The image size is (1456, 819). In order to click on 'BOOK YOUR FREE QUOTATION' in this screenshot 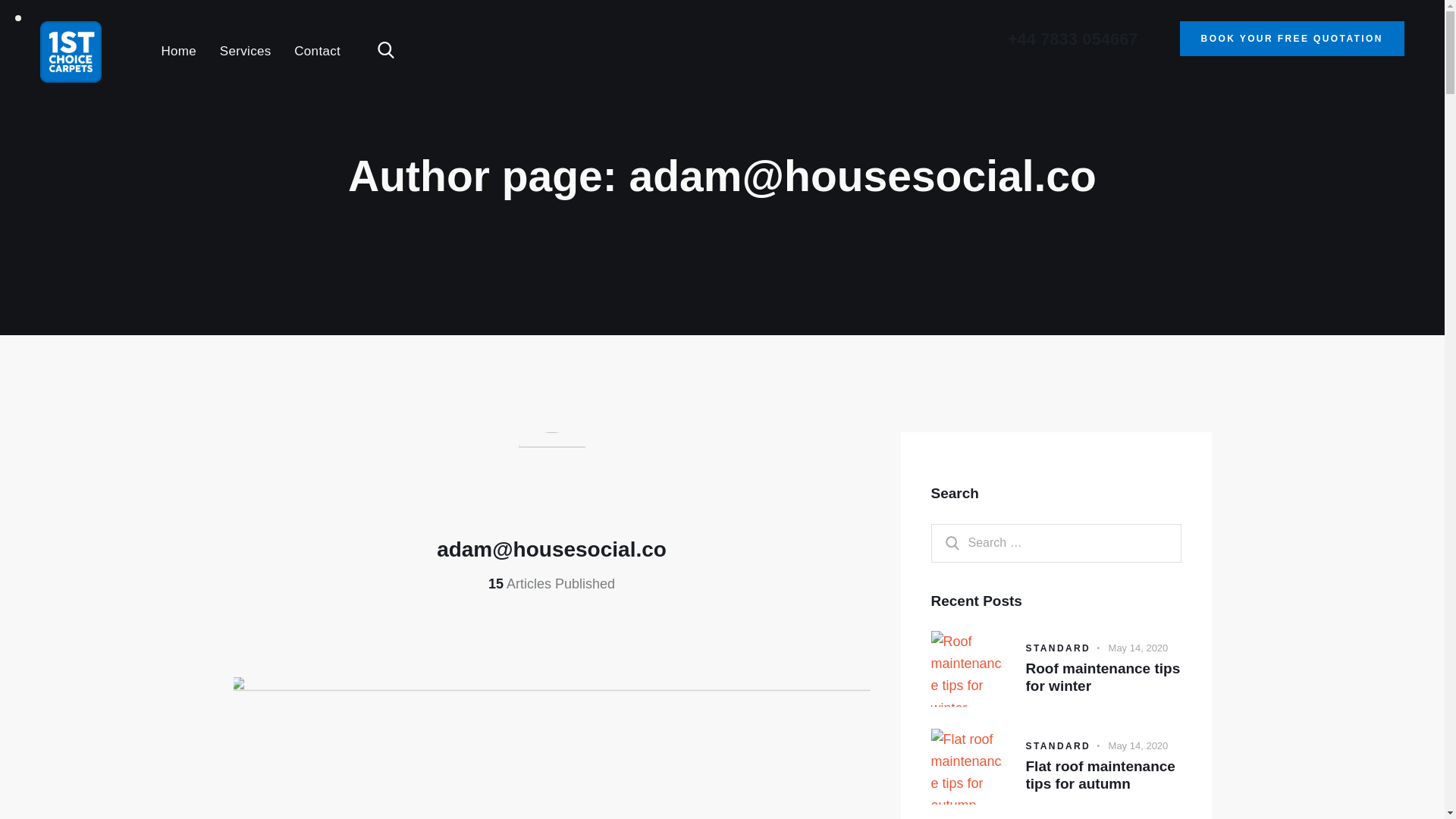, I will do `click(1291, 37)`.